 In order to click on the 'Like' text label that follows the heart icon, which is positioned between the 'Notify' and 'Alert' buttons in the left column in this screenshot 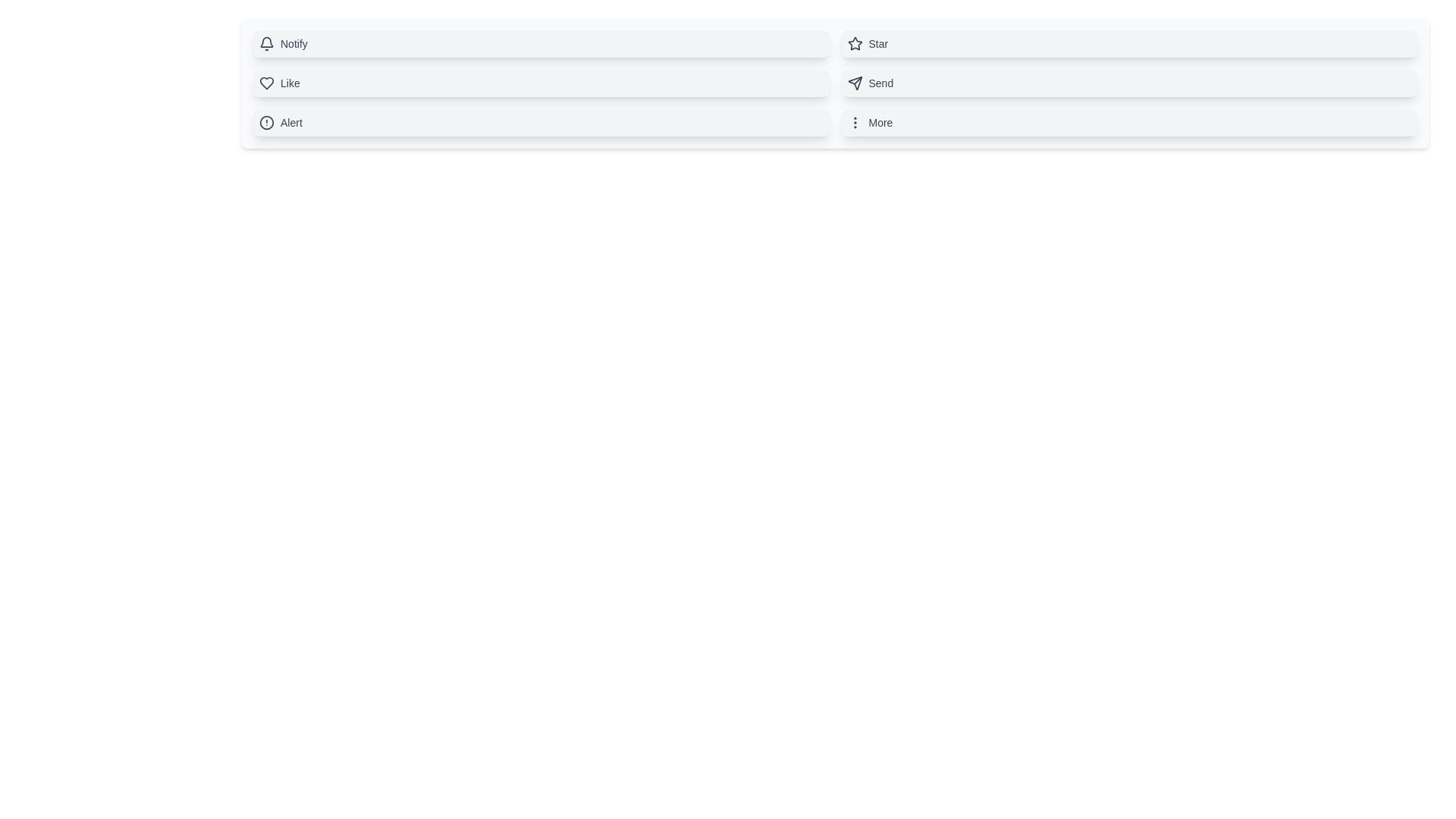, I will do `click(290, 83)`.